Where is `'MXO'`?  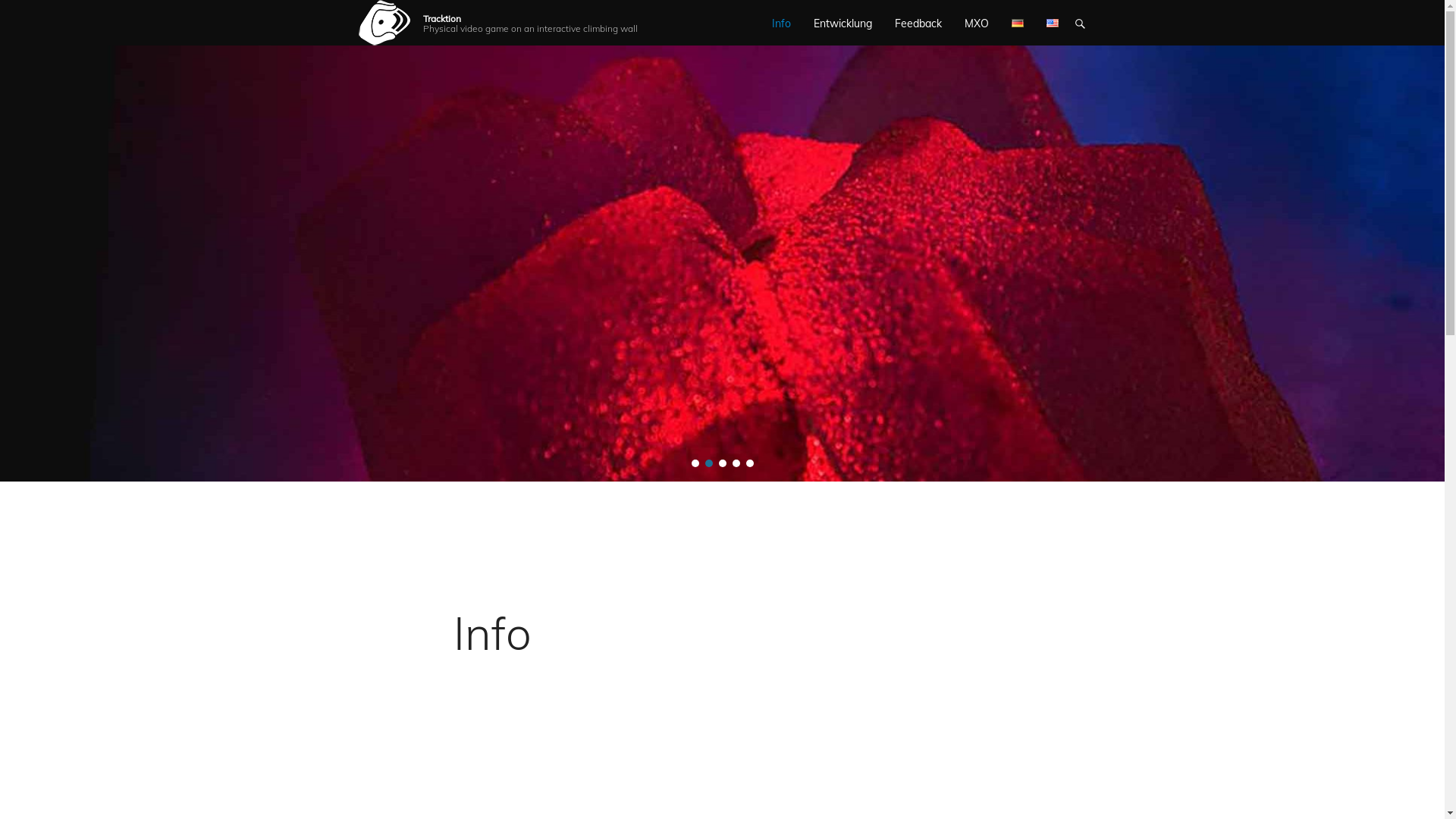 'MXO' is located at coordinates (976, 22).